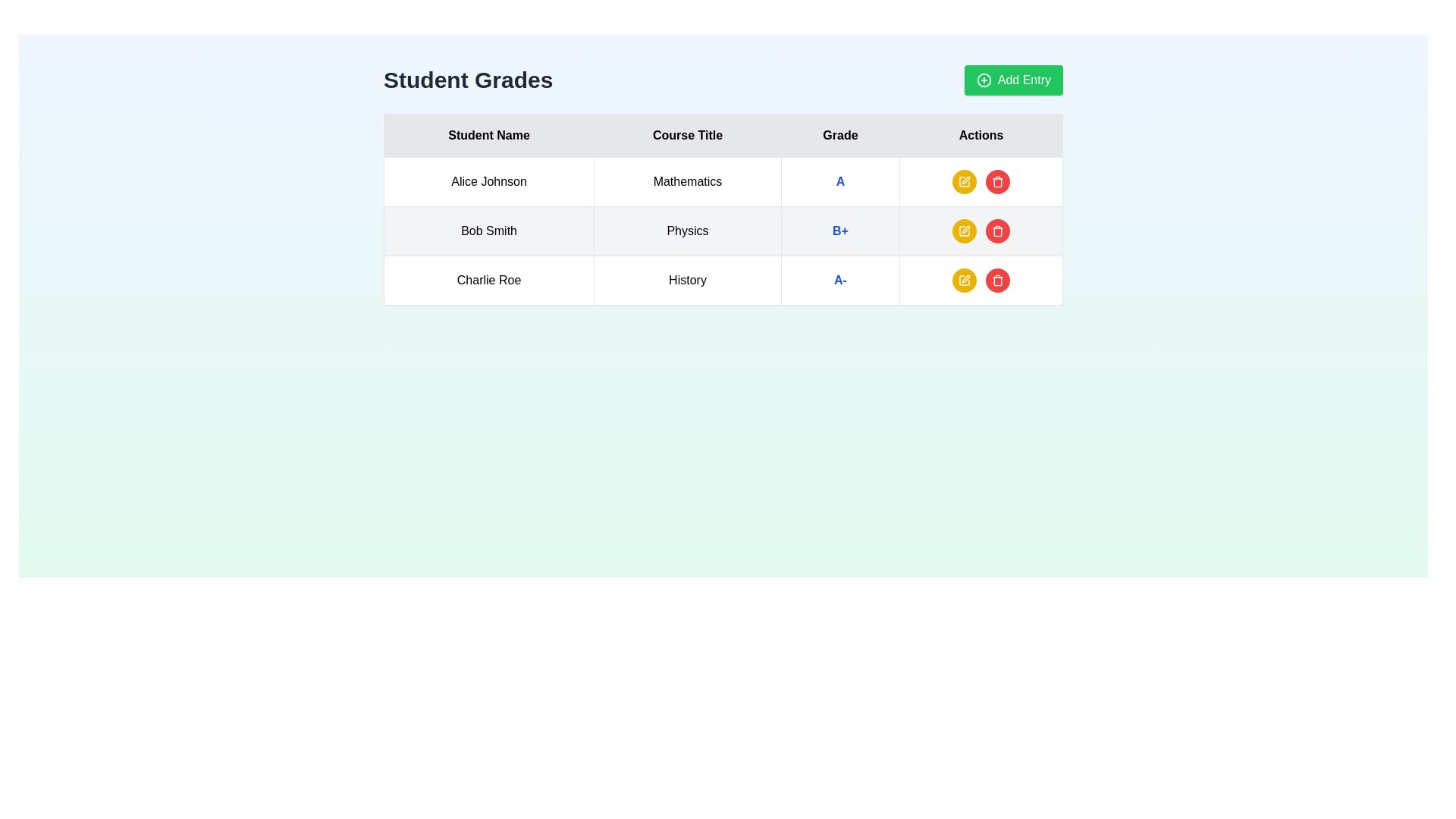  What do you see at coordinates (997, 281) in the screenshot?
I see `the vertical line segment of the trash bin icon in the 'Delete' action for the second row labeled 'Bob Smith' in the 'Student Grades' table` at bounding box center [997, 281].